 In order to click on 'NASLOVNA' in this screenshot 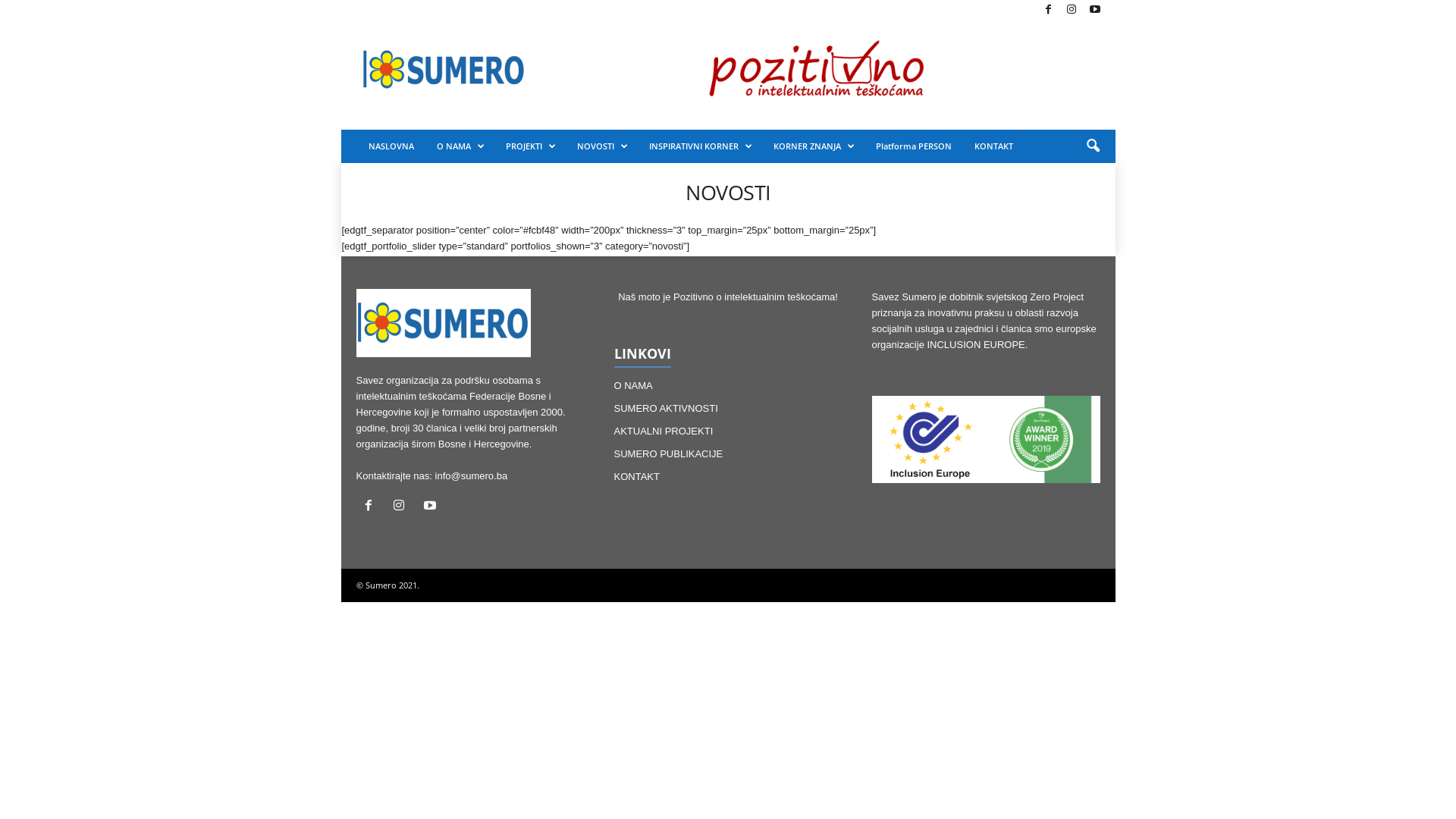, I will do `click(356, 146)`.